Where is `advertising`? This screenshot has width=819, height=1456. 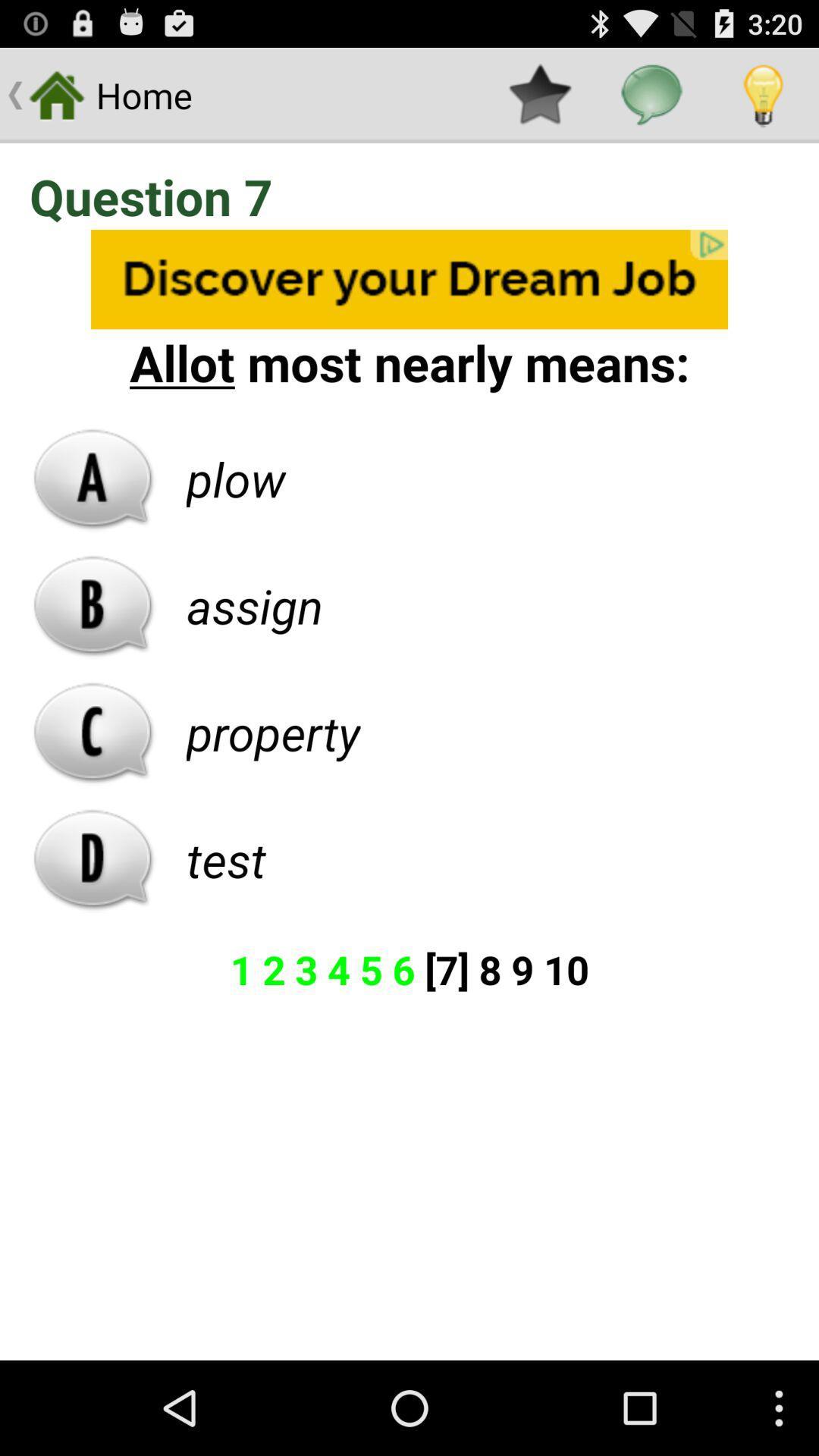
advertising is located at coordinates (409, 279).